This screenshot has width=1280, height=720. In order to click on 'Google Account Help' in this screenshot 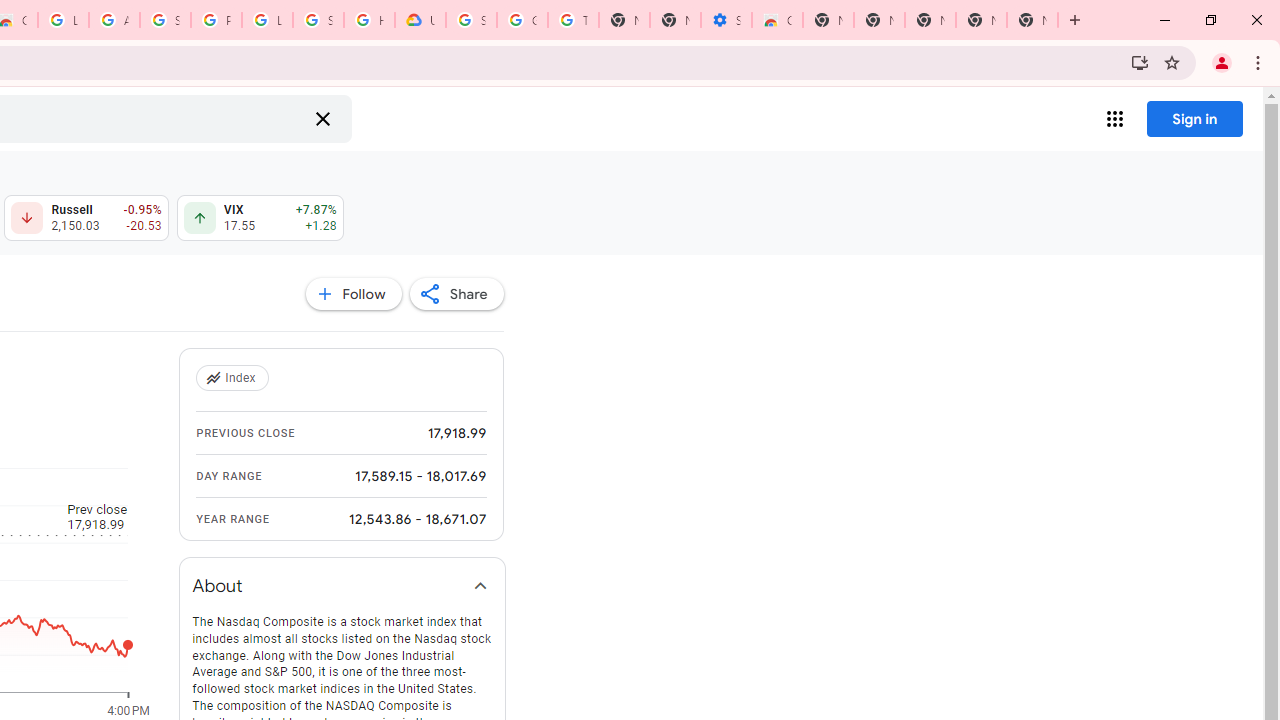, I will do `click(522, 20)`.